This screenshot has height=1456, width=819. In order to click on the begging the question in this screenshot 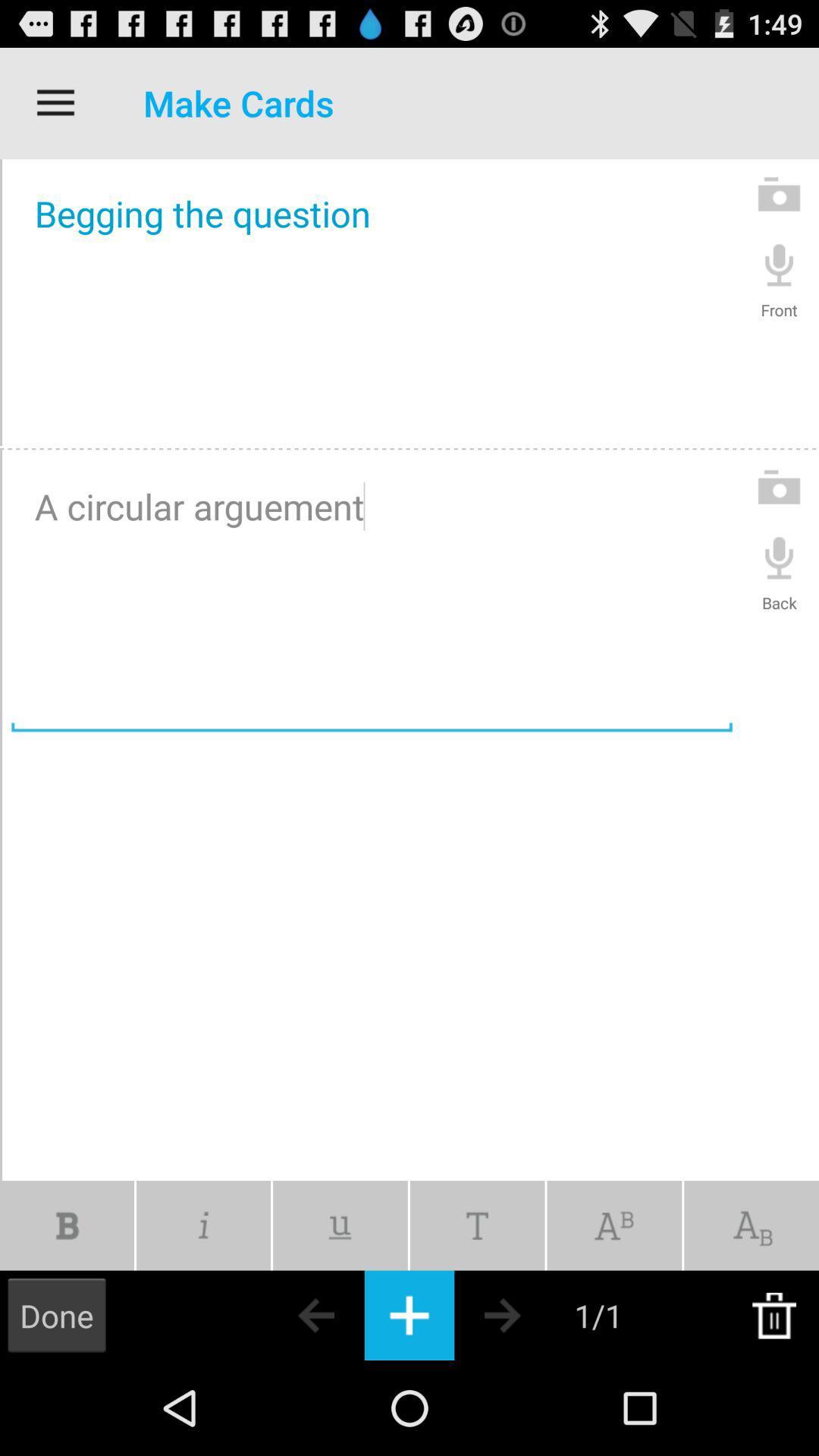, I will do `click(372, 302)`.